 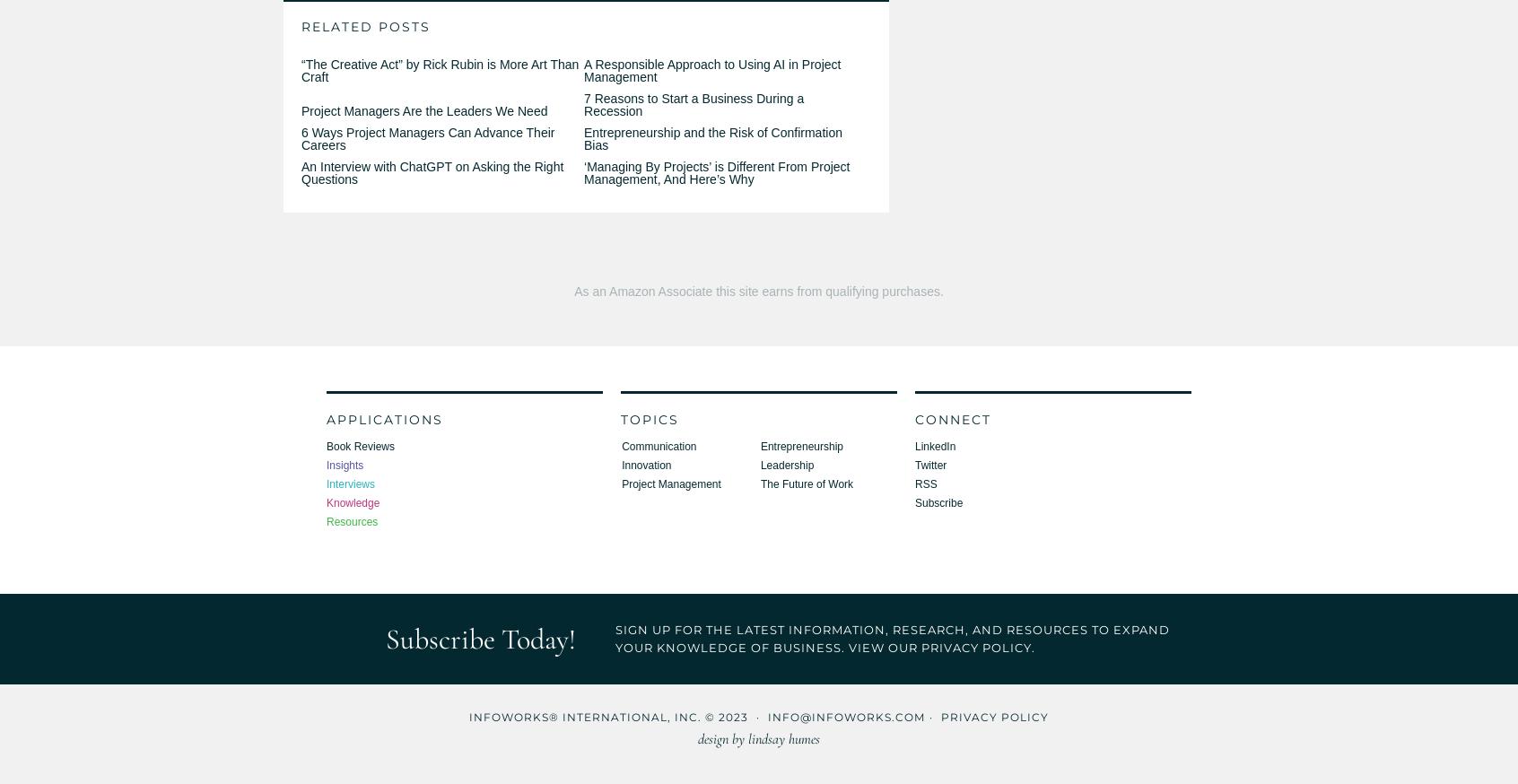 I want to click on 'Insights', so click(x=326, y=465).